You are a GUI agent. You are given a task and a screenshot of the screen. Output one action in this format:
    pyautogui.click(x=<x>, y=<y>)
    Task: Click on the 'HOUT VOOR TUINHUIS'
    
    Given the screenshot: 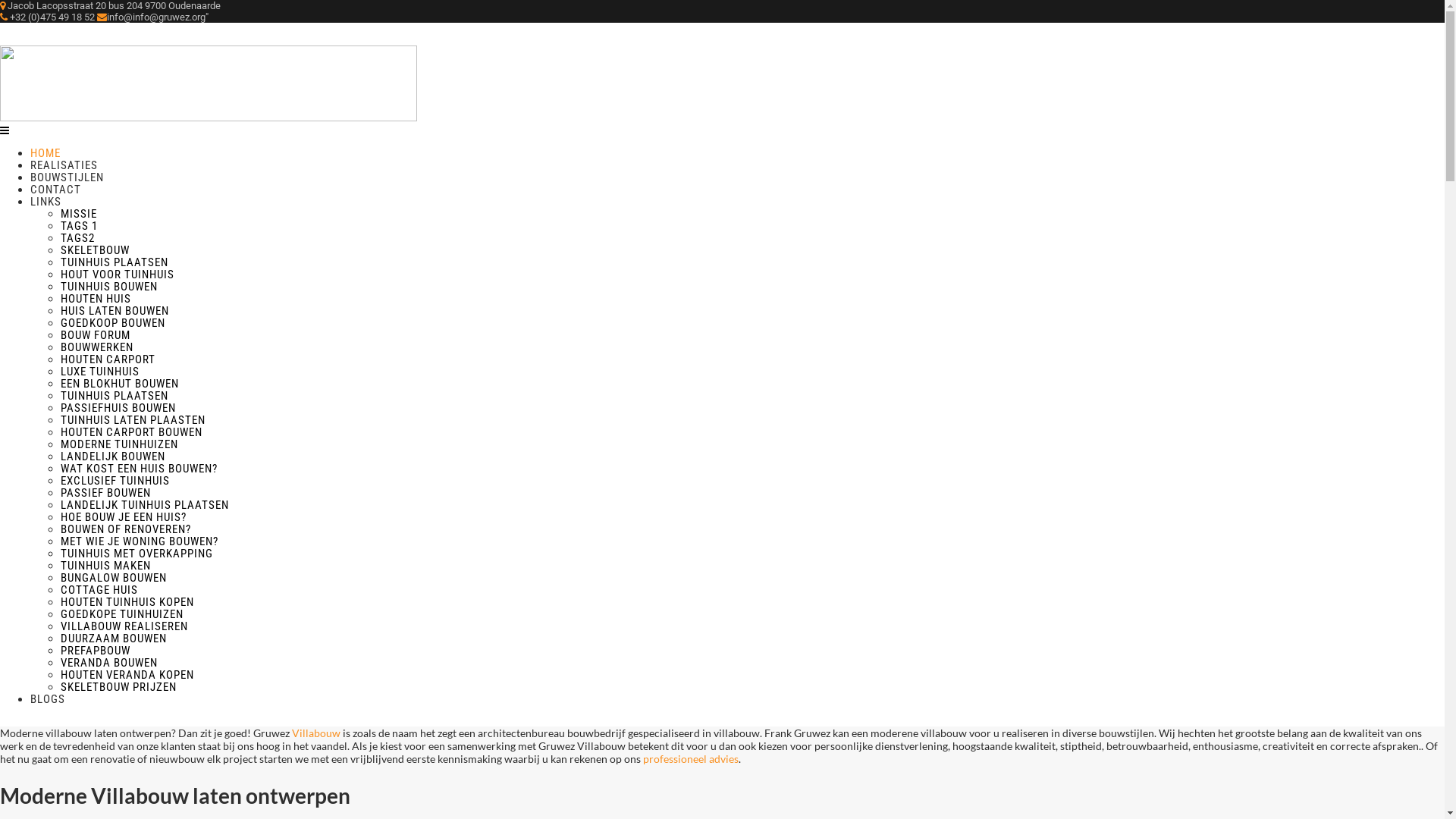 What is the action you would take?
    pyautogui.click(x=116, y=275)
    